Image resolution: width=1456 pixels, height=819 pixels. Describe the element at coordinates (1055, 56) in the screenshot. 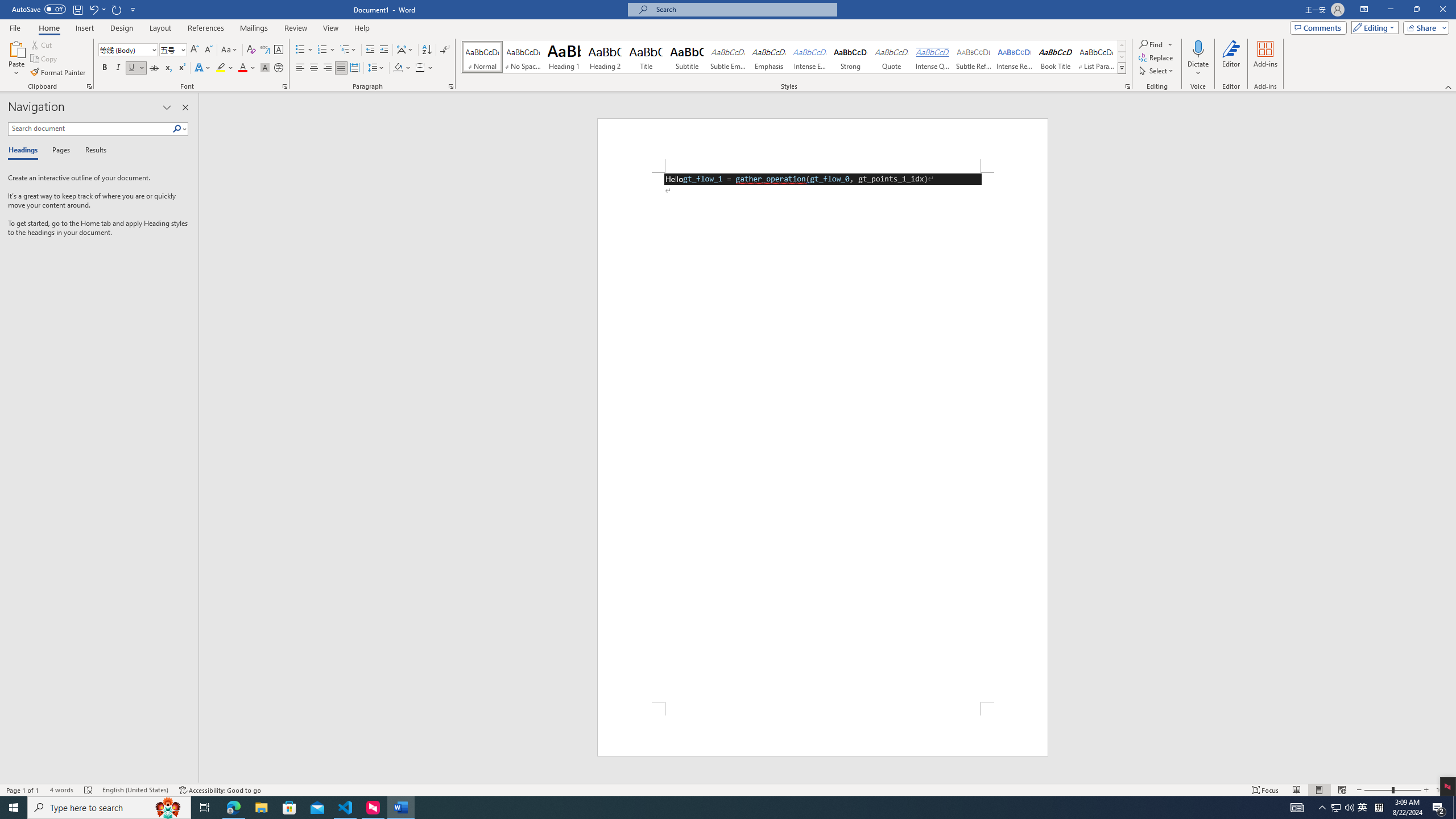

I see `'Book Title'` at that location.